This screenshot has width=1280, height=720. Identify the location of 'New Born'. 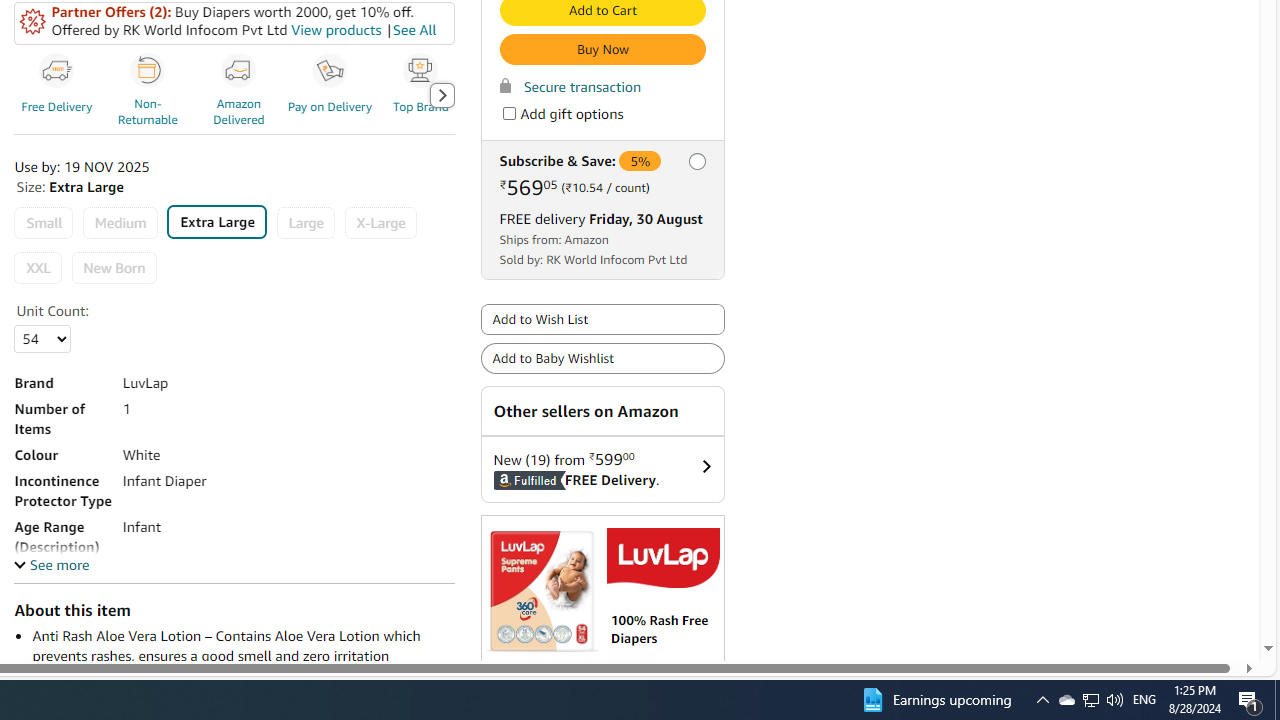
(112, 267).